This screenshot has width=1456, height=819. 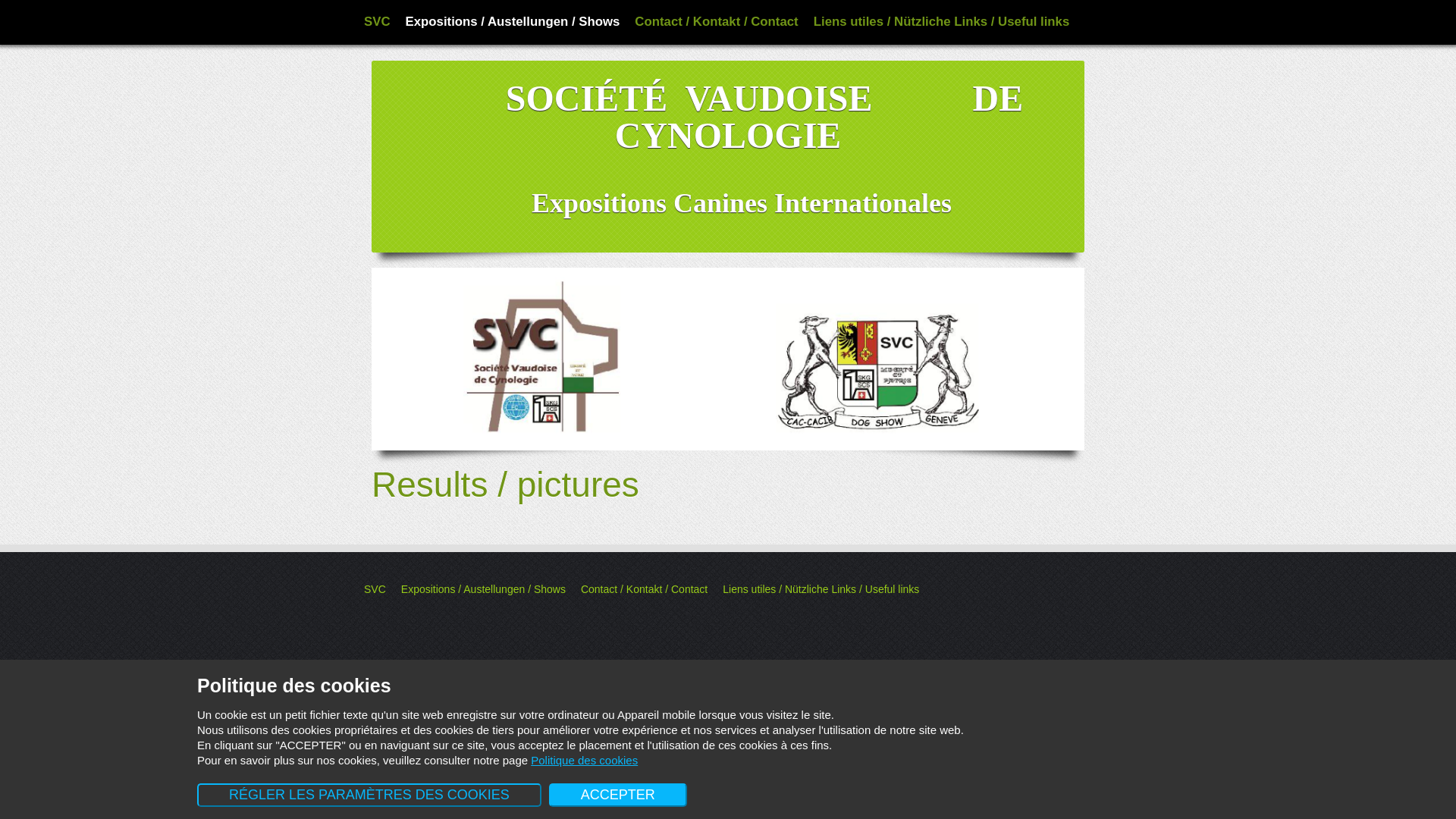 What do you see at coordinates (513, 21) in the screenshot?
I see `'Expositions / Austellungen / Shows'` at bounding box center [513, 21].